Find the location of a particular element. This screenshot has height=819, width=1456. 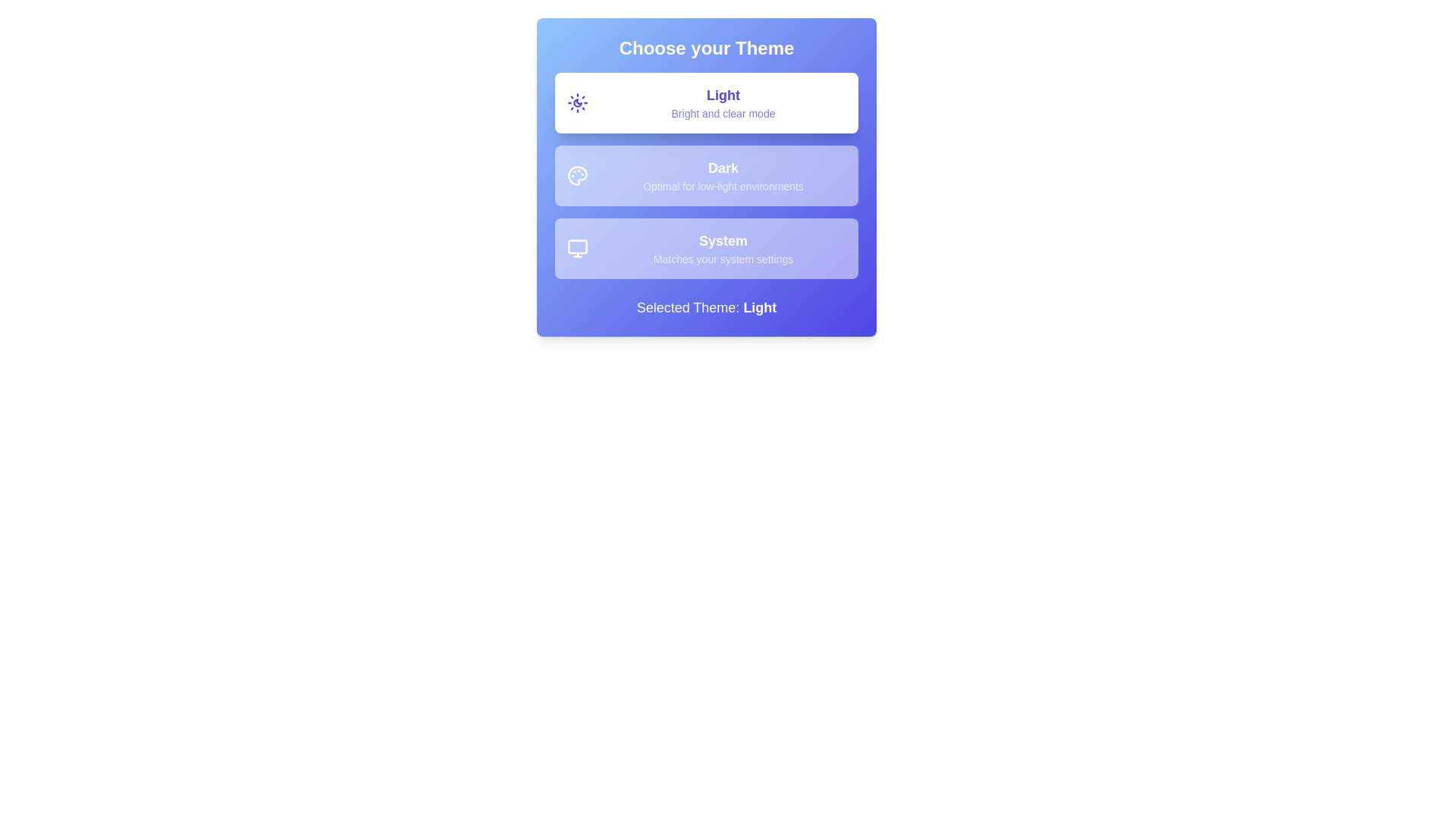

the theme Light by clicking on its option is located at coordinates (705, 102).